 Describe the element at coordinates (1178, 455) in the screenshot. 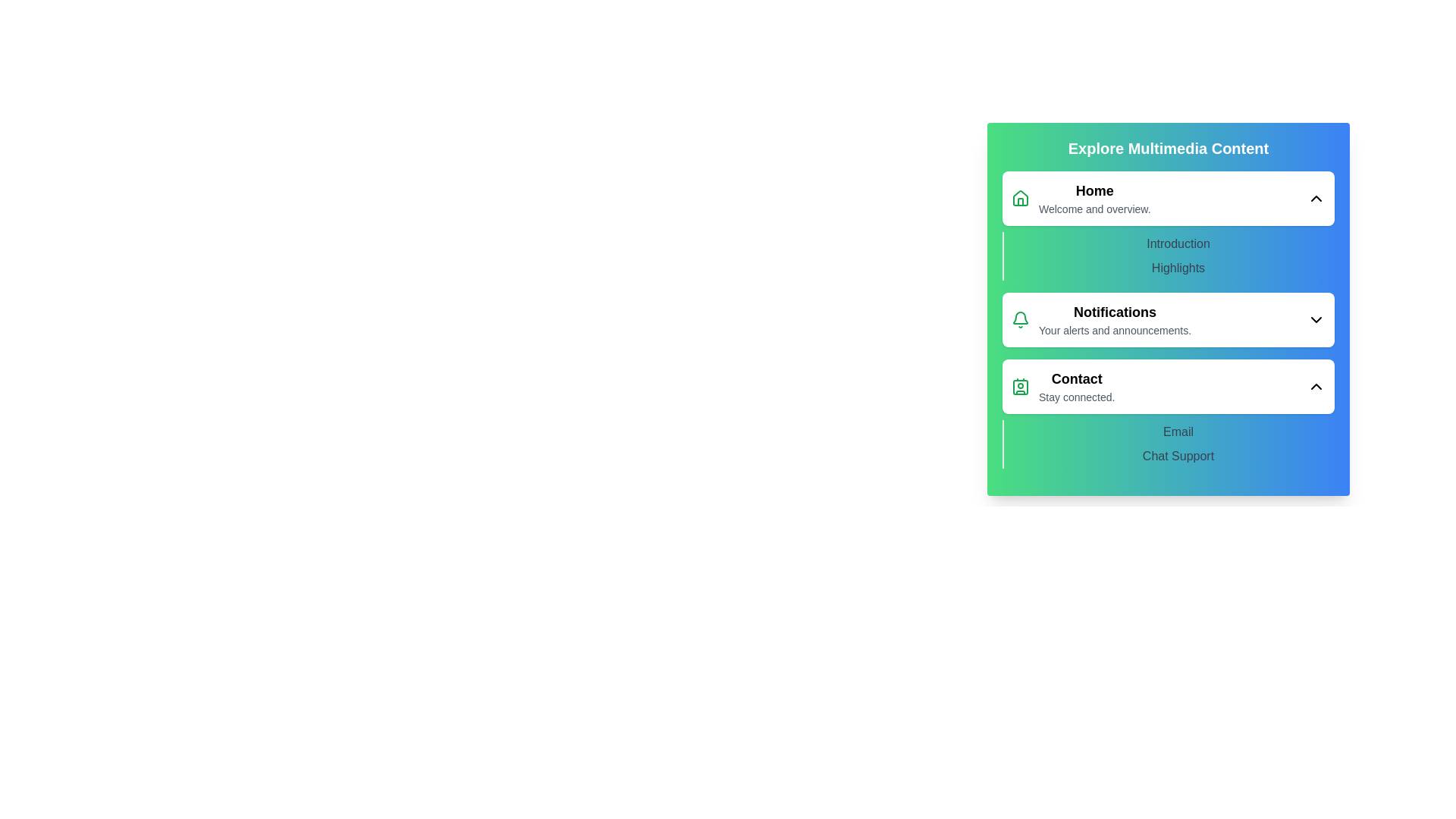

I see `the sub-item Chat Support within the expanded menu` at that location.